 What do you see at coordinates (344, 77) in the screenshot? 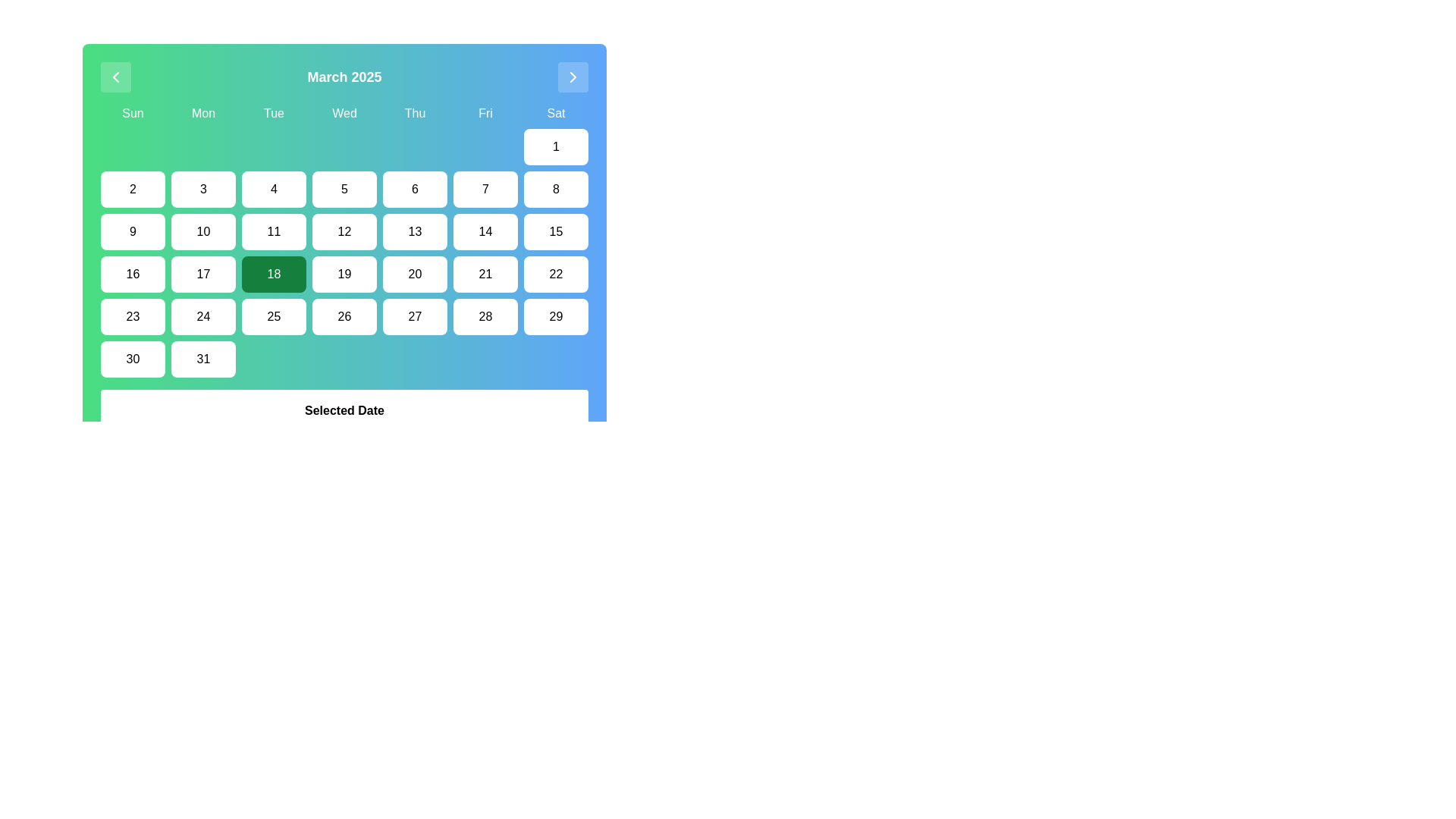
I see `the static text element displaying 'March 2025' which is centered in the header and flanked by chevron icons` at bounding box center [344, 77].